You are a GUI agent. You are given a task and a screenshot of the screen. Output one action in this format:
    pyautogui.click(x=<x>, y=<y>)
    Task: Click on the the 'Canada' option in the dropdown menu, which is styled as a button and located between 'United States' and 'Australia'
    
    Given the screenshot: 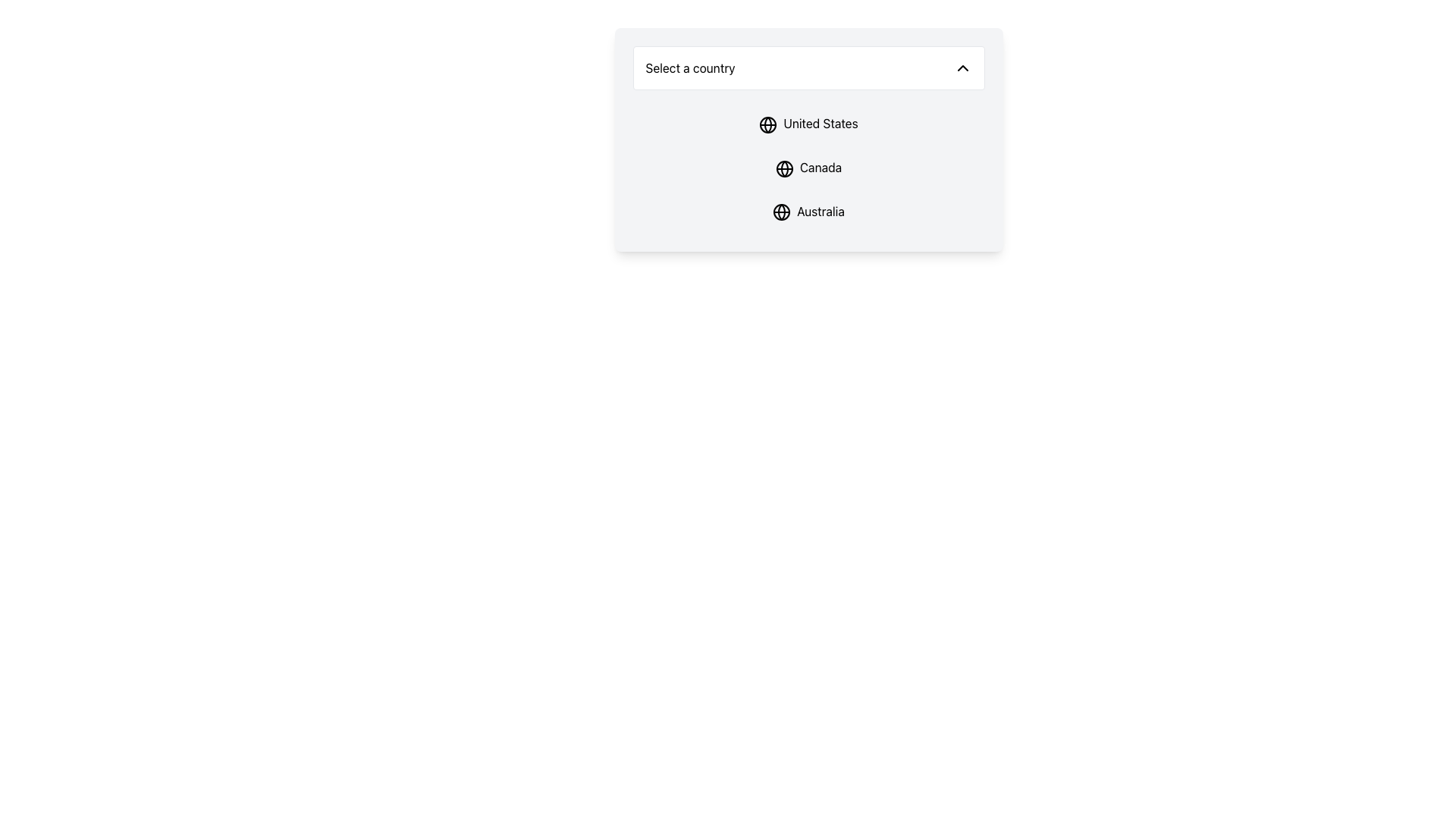 What is the action you would take?
    pyautogui.click(x=808, y=168)
    